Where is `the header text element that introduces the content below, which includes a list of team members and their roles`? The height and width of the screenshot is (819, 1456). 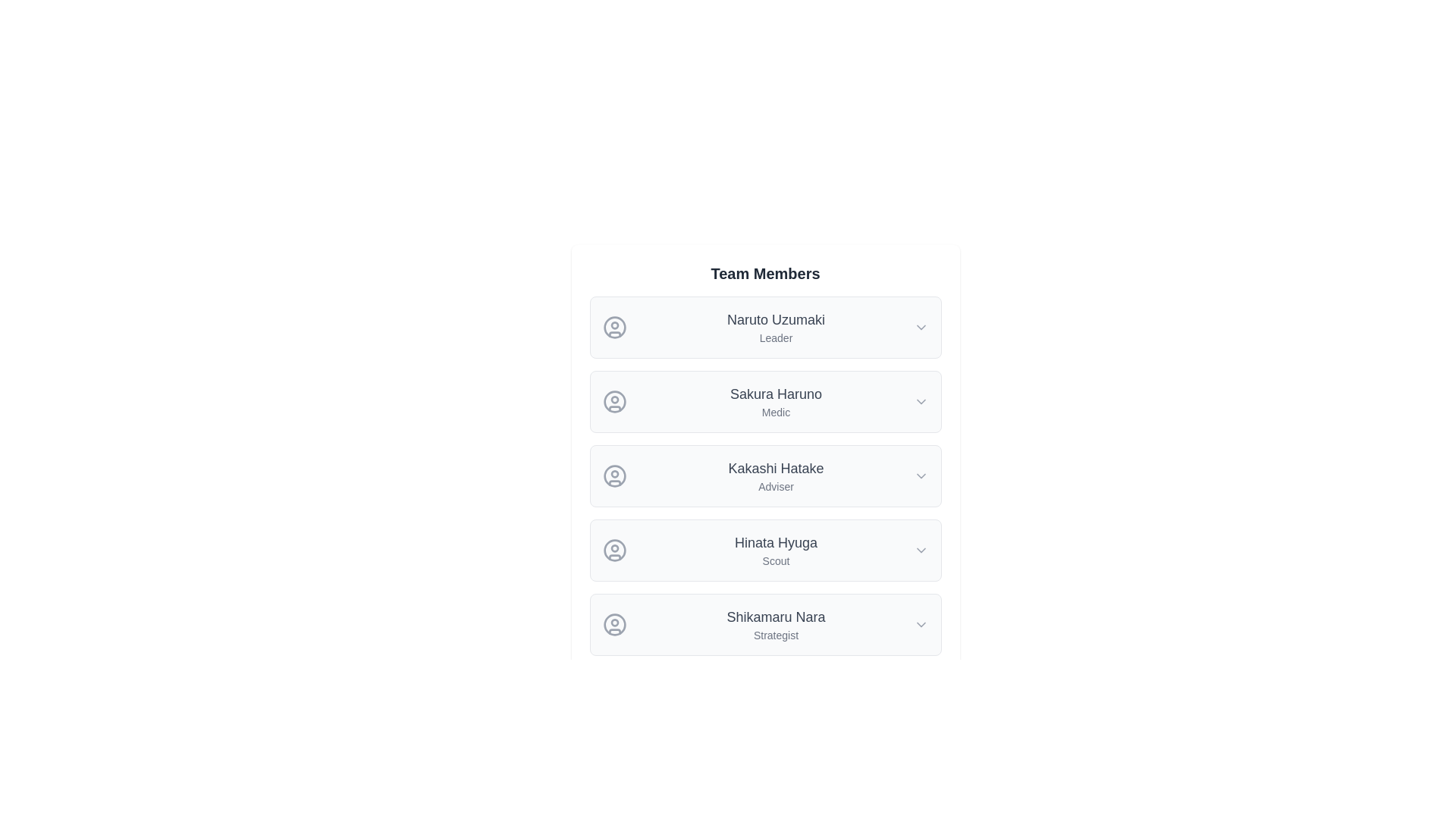 the header text element that introduces the content below, which includes a list of team members and their roles is located at coordinates (765, 274).